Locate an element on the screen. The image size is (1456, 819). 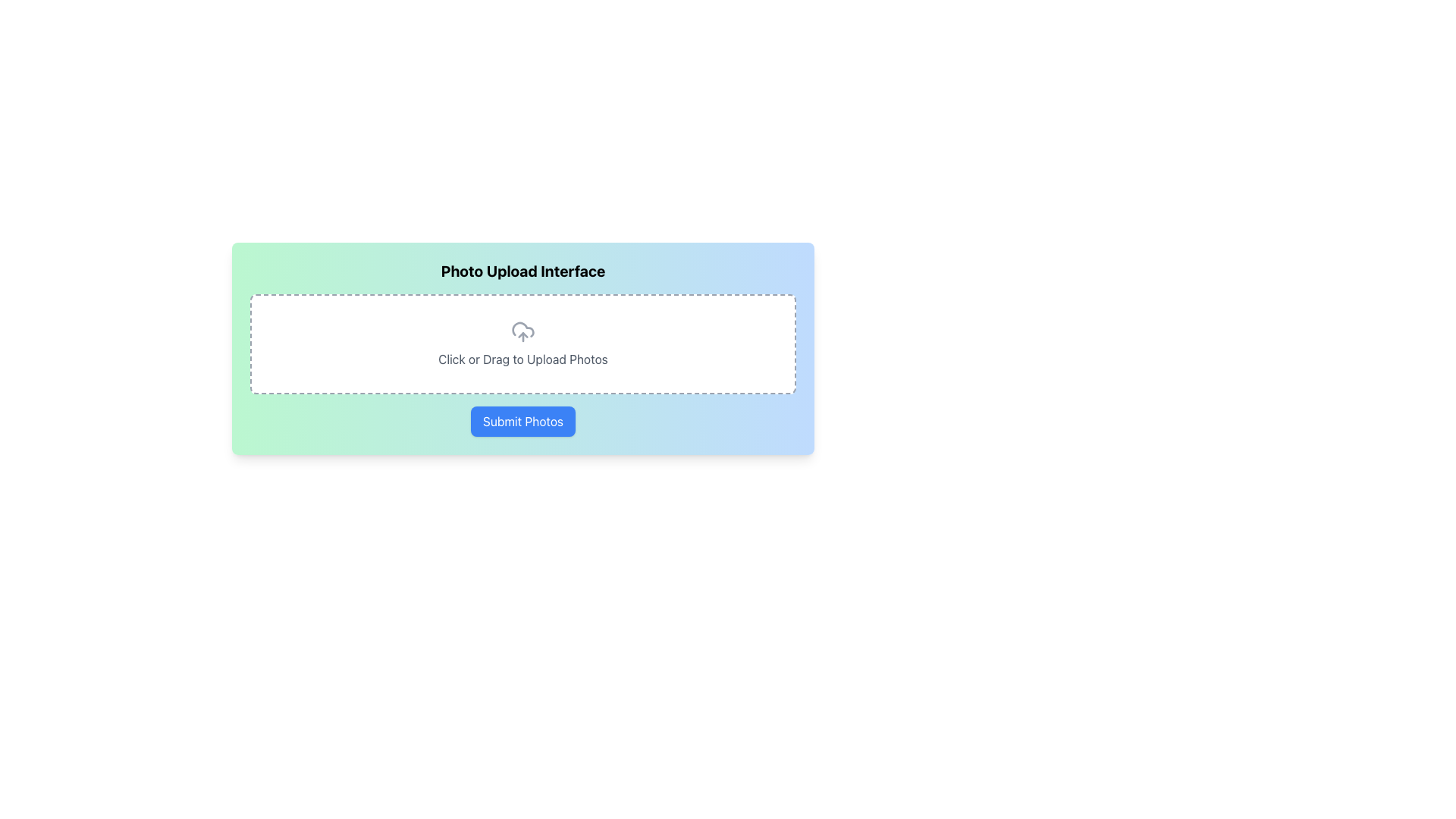
the upload icon located at the top-center of the dashed-bordered rectangle labeled 'Click or Drag to Upload Photos' is located at coordinates (523, 331).